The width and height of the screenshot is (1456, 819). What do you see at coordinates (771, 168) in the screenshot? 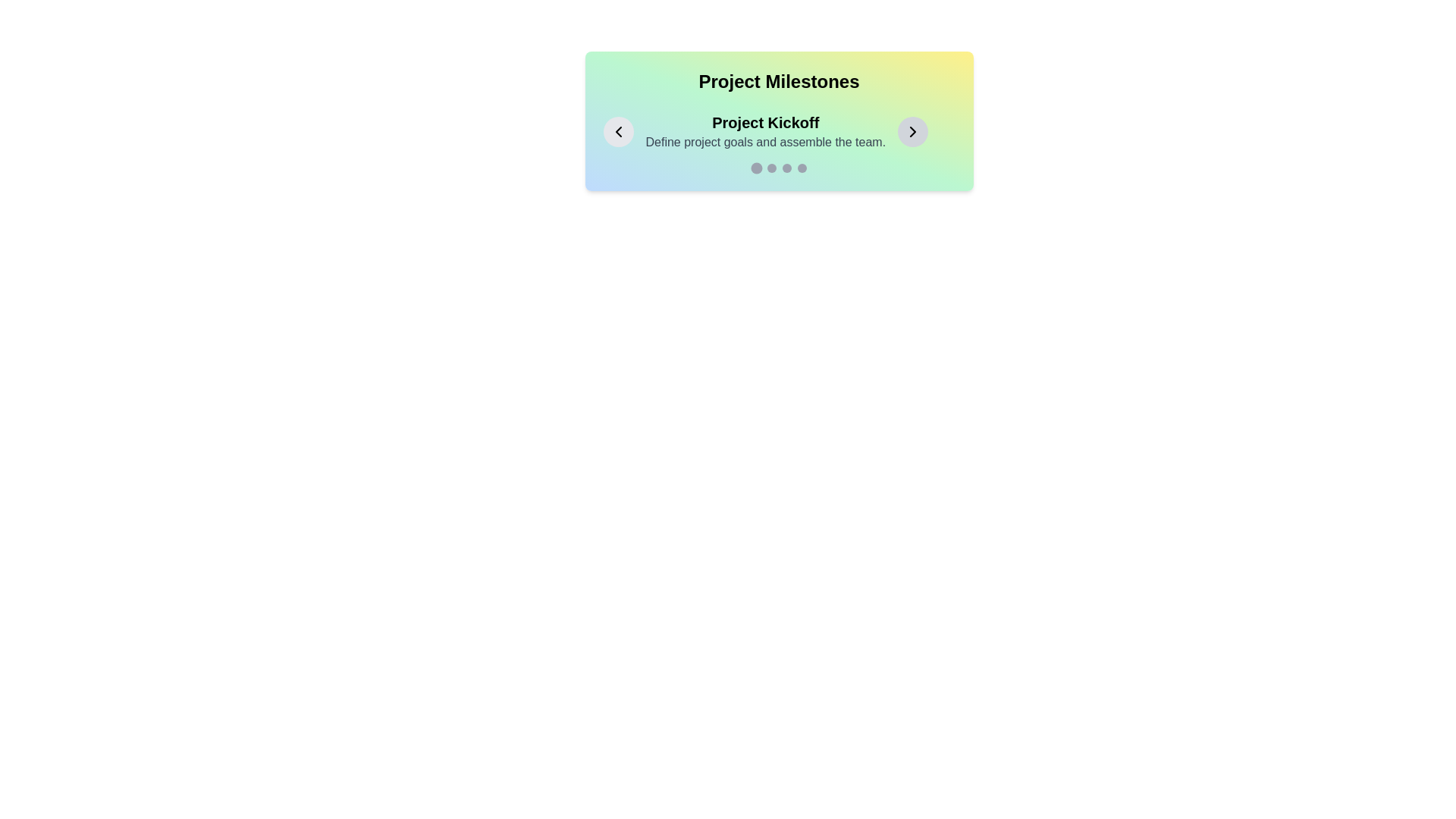
I see `the second gray circular indicator dot in the row of four dots under the 'Project Milestones' card` at bounding box center [771, 168].